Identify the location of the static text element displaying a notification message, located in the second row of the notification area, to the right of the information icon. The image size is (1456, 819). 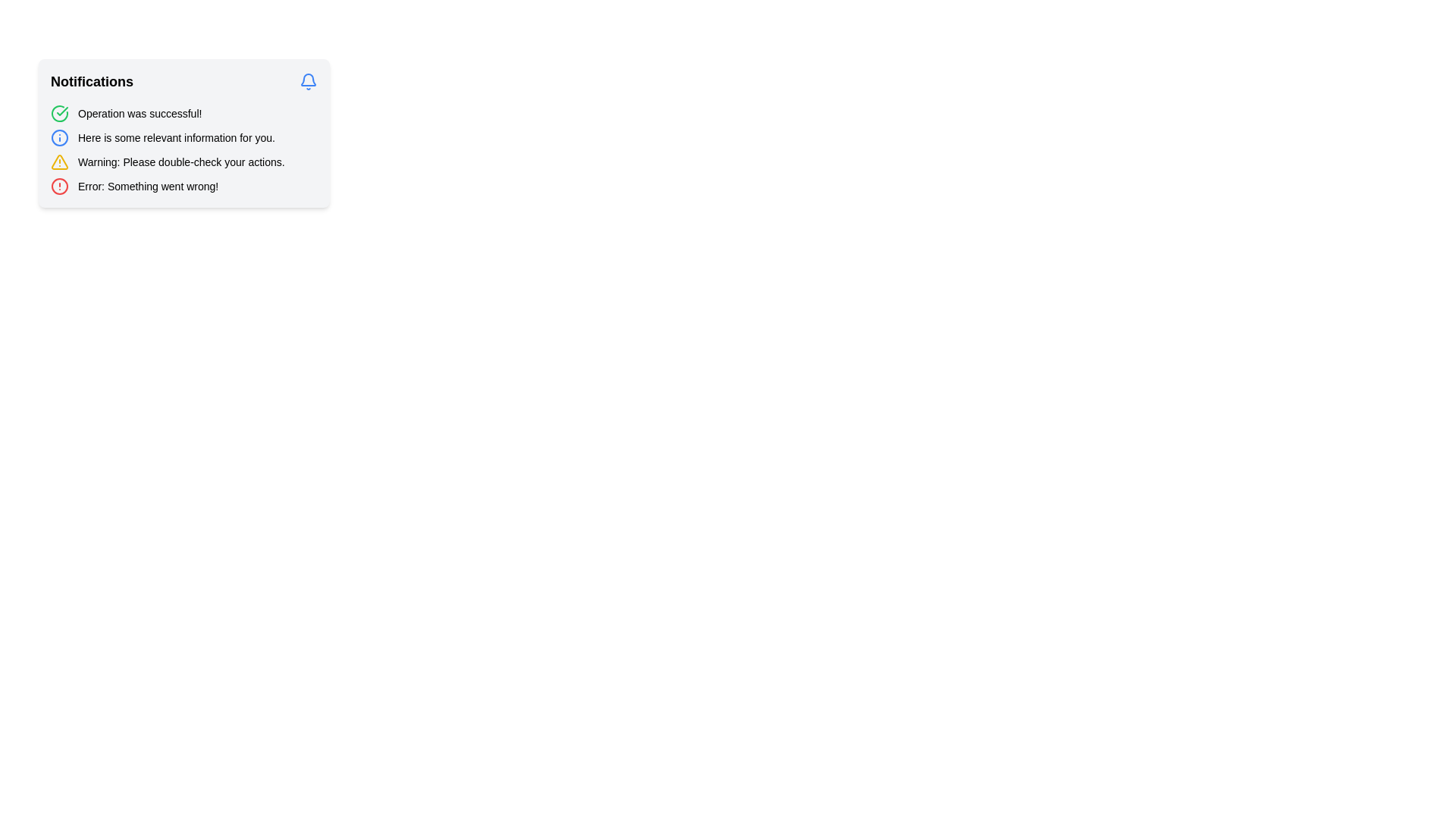
(176, 137).